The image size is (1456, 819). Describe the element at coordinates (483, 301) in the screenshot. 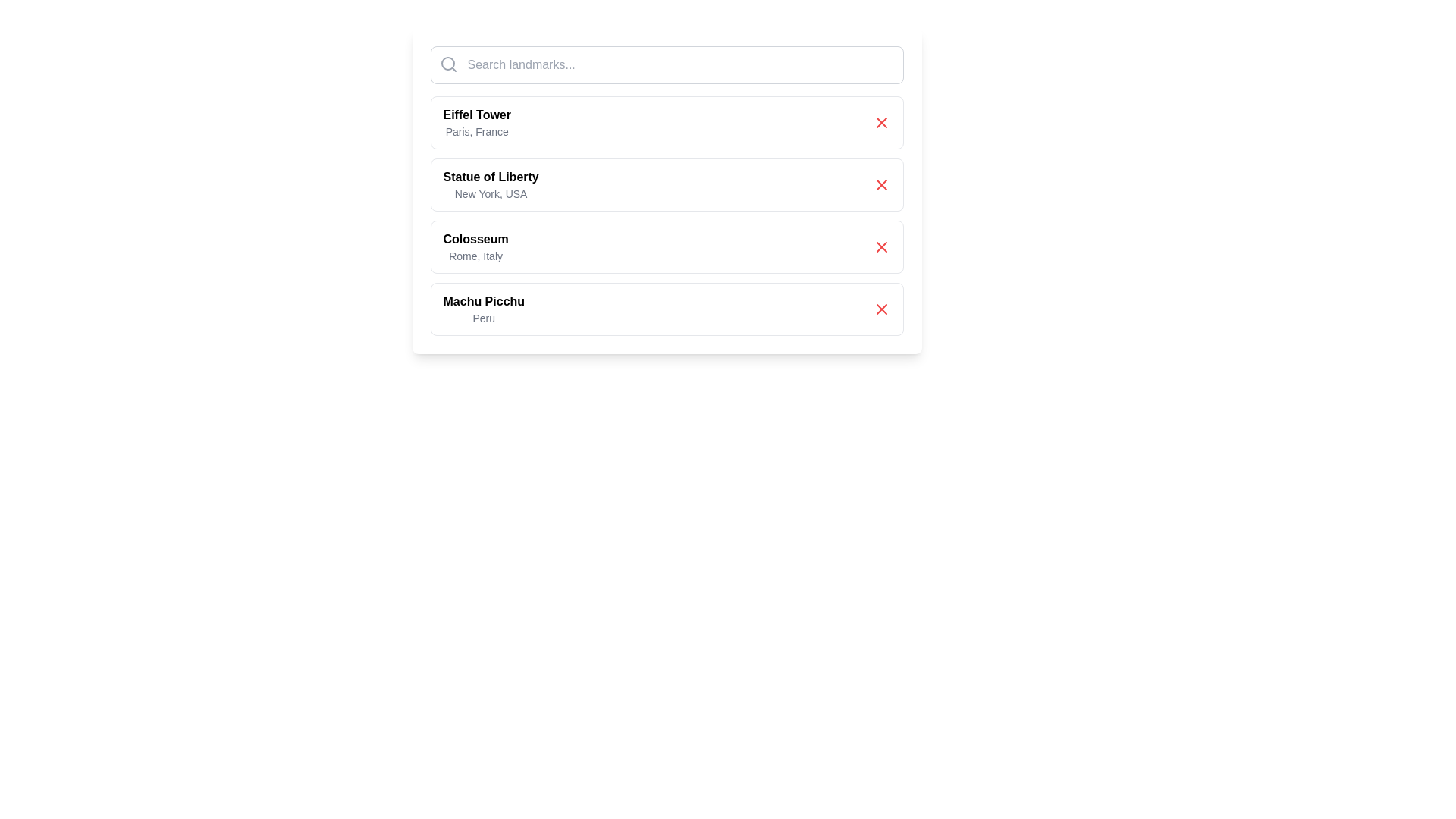

I see `the bold text label 'Machu Picchu', which is positioned above the subtext 'Peru' in a list of landmarks` at that location.